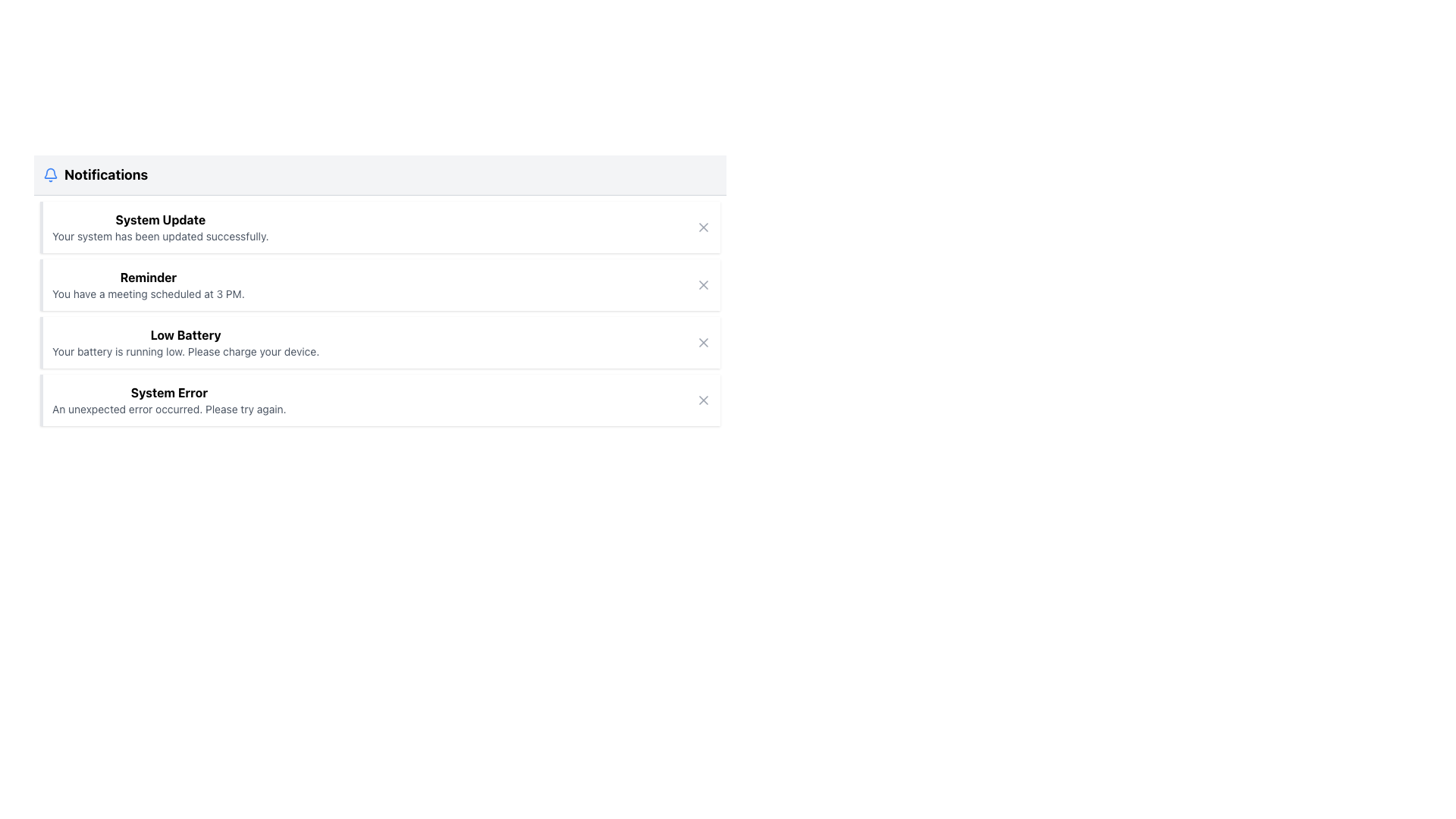 Image resolution: width=1456 pixels, height=819 pixels. Describe the element at coordinates (702, 227) in the screenshot. I see `the Close button icon located on the far right side of the 'System Update' notification item` at that location.